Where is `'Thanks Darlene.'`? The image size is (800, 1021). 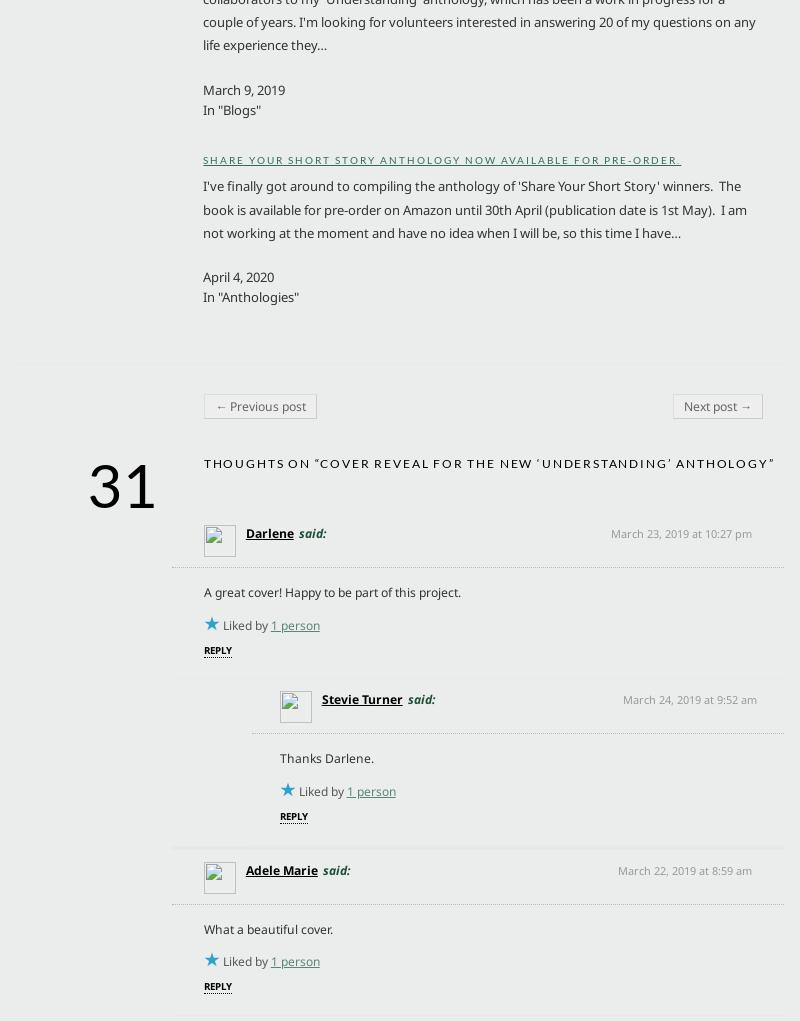
'Thanks Darlene.' is located at coordinates (325, 758).